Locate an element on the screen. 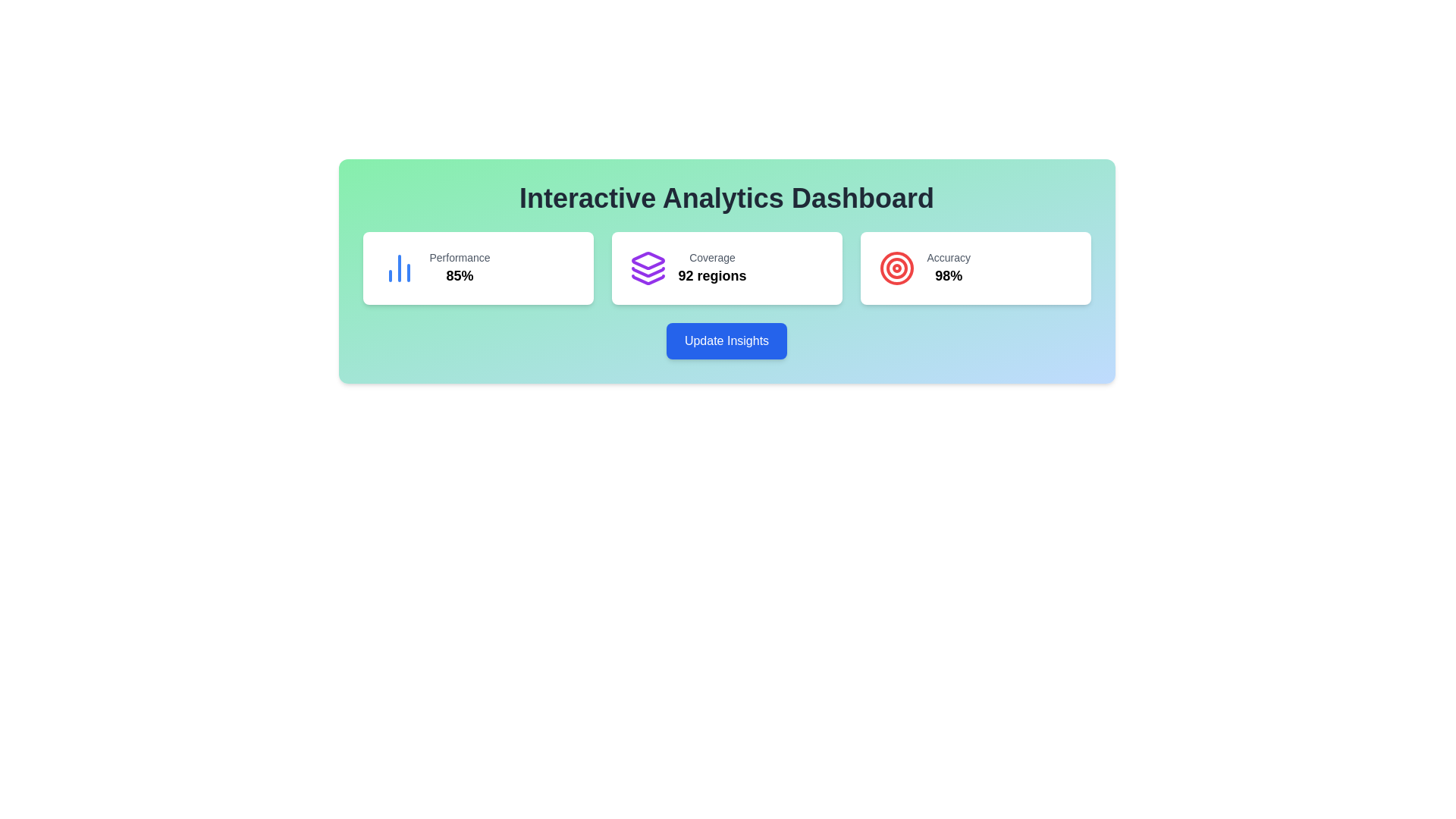  the 'Update Insights' button, which is a rectangular button with a blue background and white text, located centrally in the lower section of a card layout is located at coordinates (726, 341).